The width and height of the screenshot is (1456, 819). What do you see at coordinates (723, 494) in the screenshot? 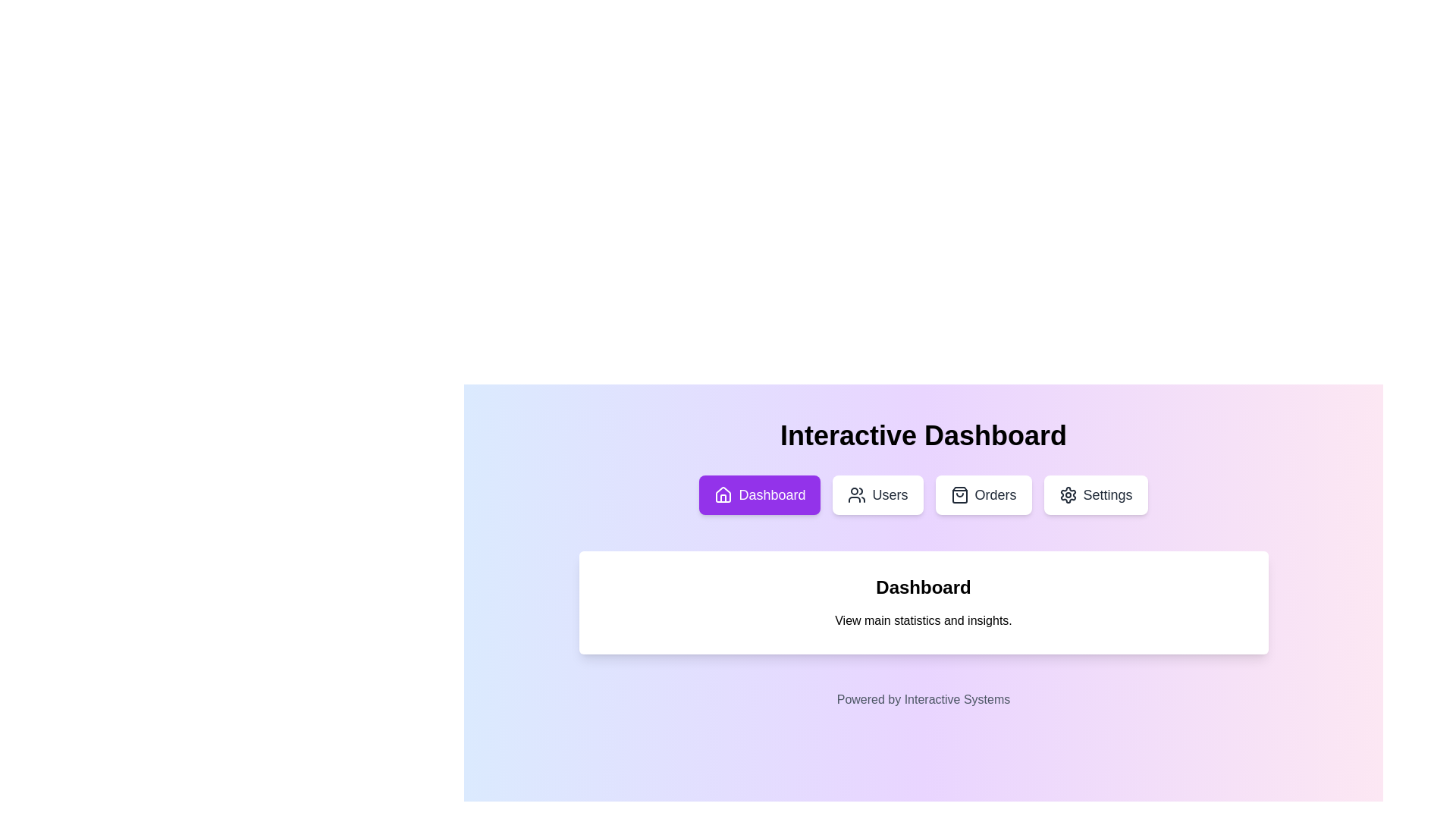
I see `the house icon located at the top-left corner of the 'Dashboard' button, which has a purple and white color scheme` at bounding box center [723, 494].